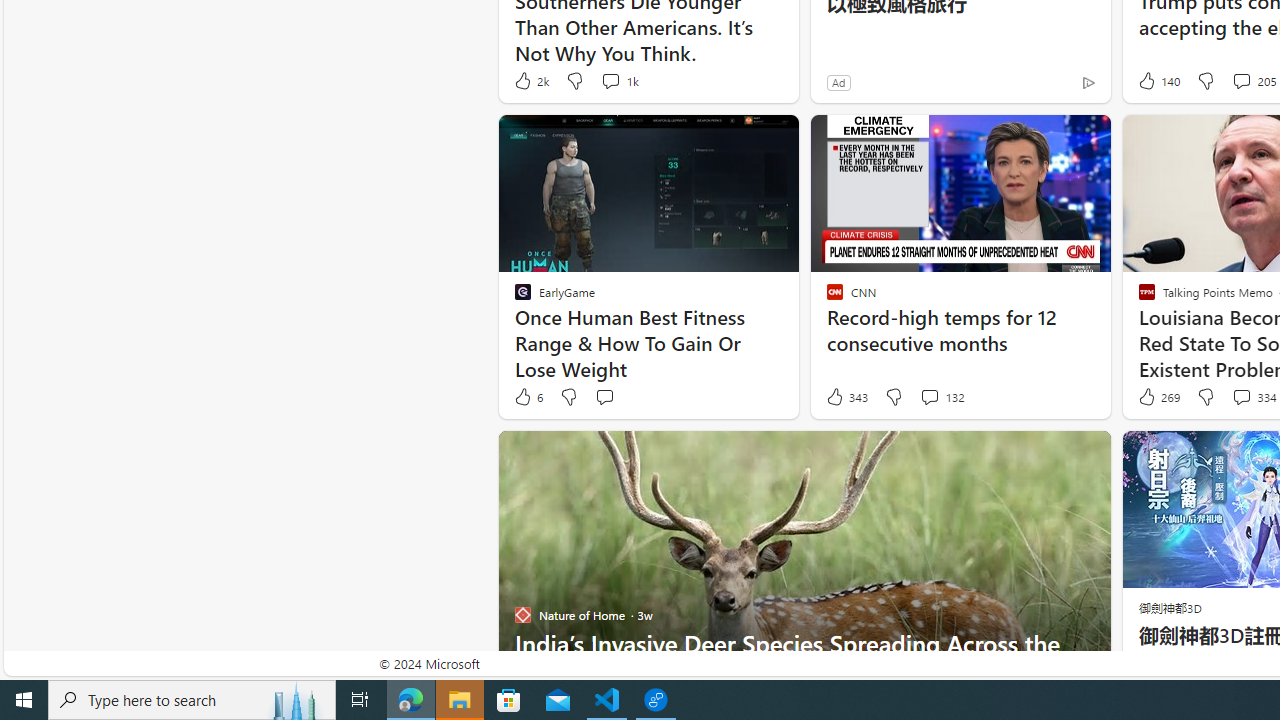 The image size is (1280, 720). I want to click on '2k Like', so click(530, 80).